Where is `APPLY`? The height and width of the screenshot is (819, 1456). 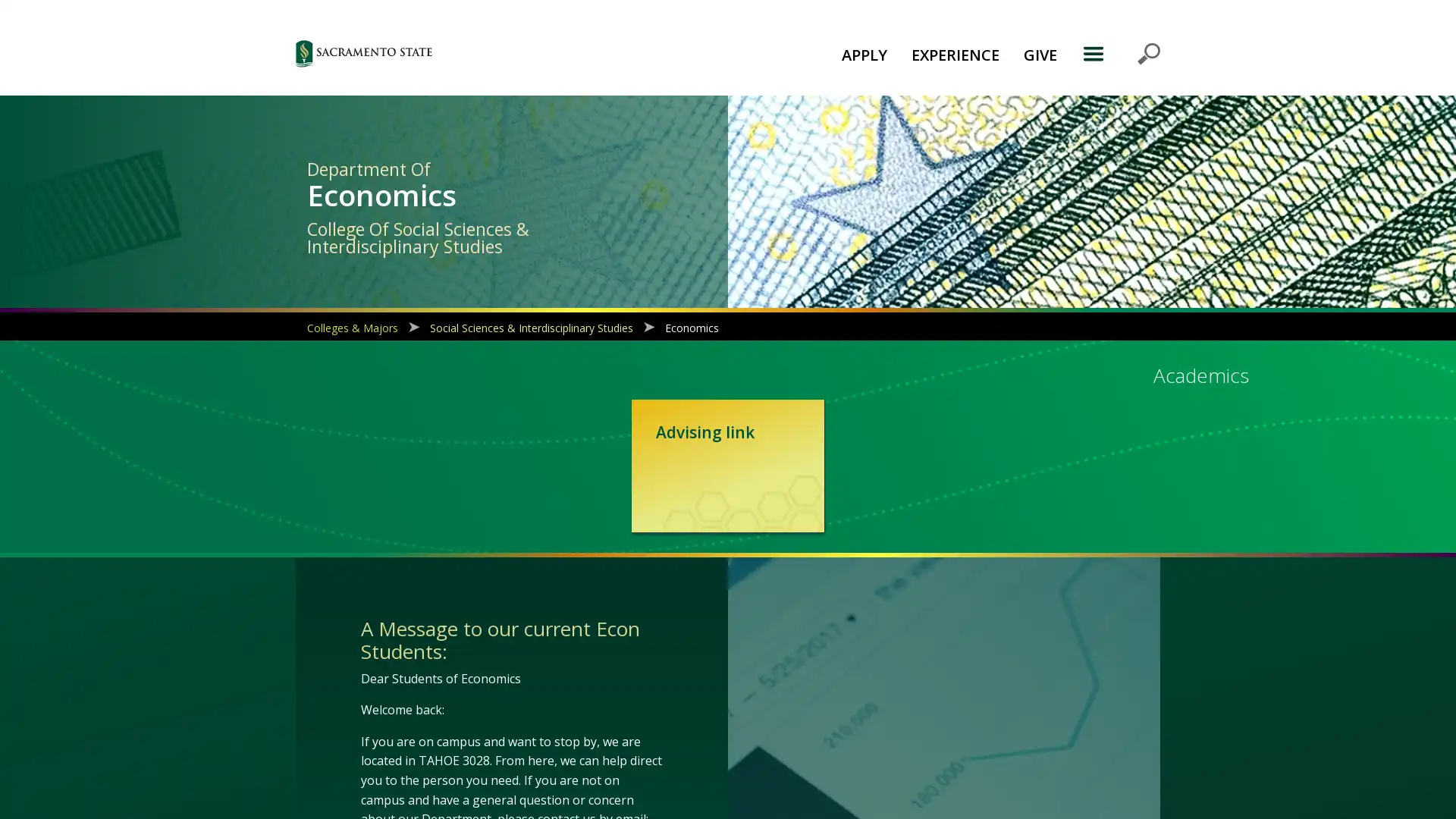
APPLY is located at coordinates (864, 52).